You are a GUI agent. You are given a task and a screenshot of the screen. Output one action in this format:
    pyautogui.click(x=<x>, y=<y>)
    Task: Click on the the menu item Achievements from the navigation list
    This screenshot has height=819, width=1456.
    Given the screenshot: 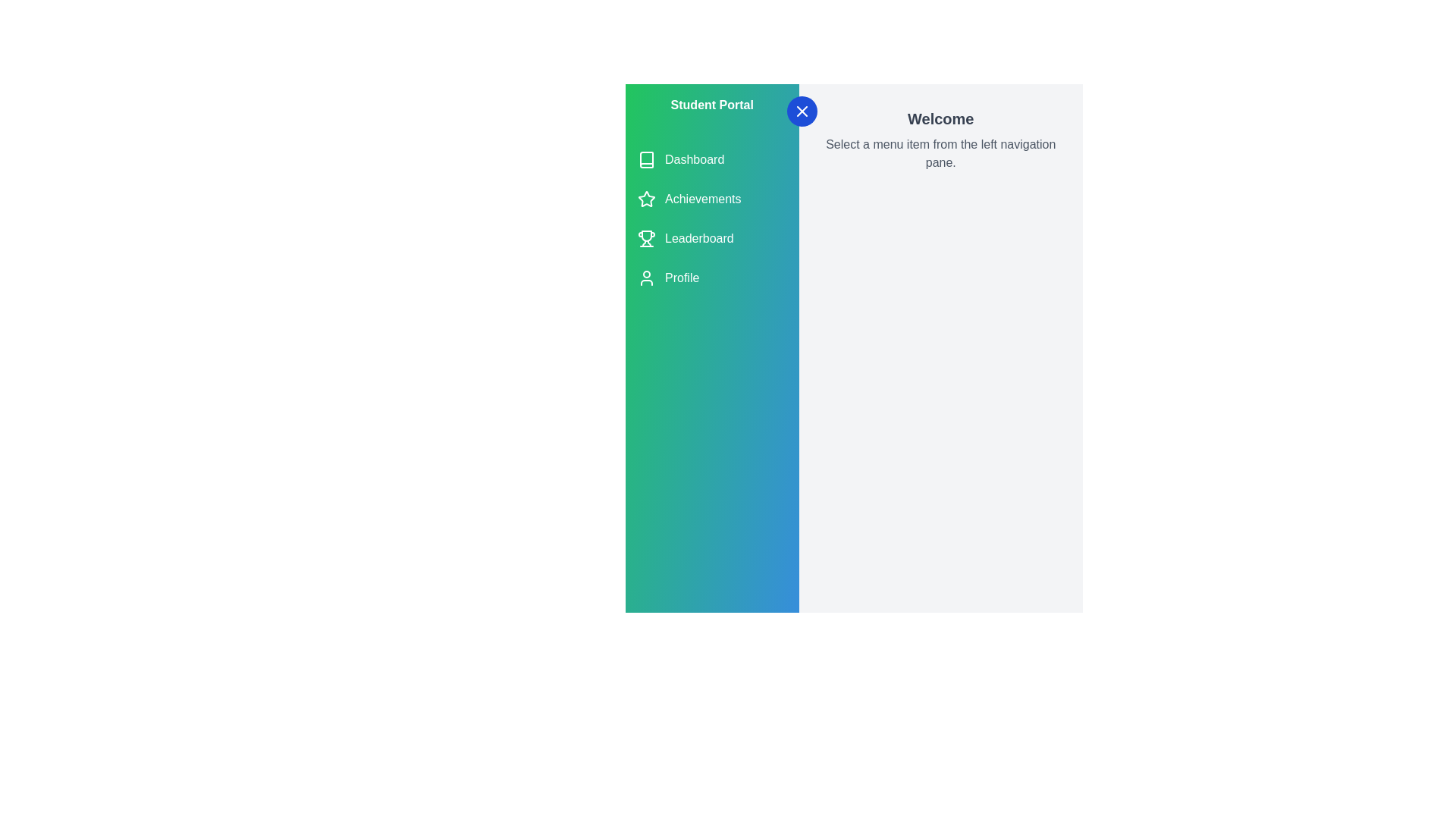 What is the action you would take?
    pyautogui.click(x=711, y=198)
    